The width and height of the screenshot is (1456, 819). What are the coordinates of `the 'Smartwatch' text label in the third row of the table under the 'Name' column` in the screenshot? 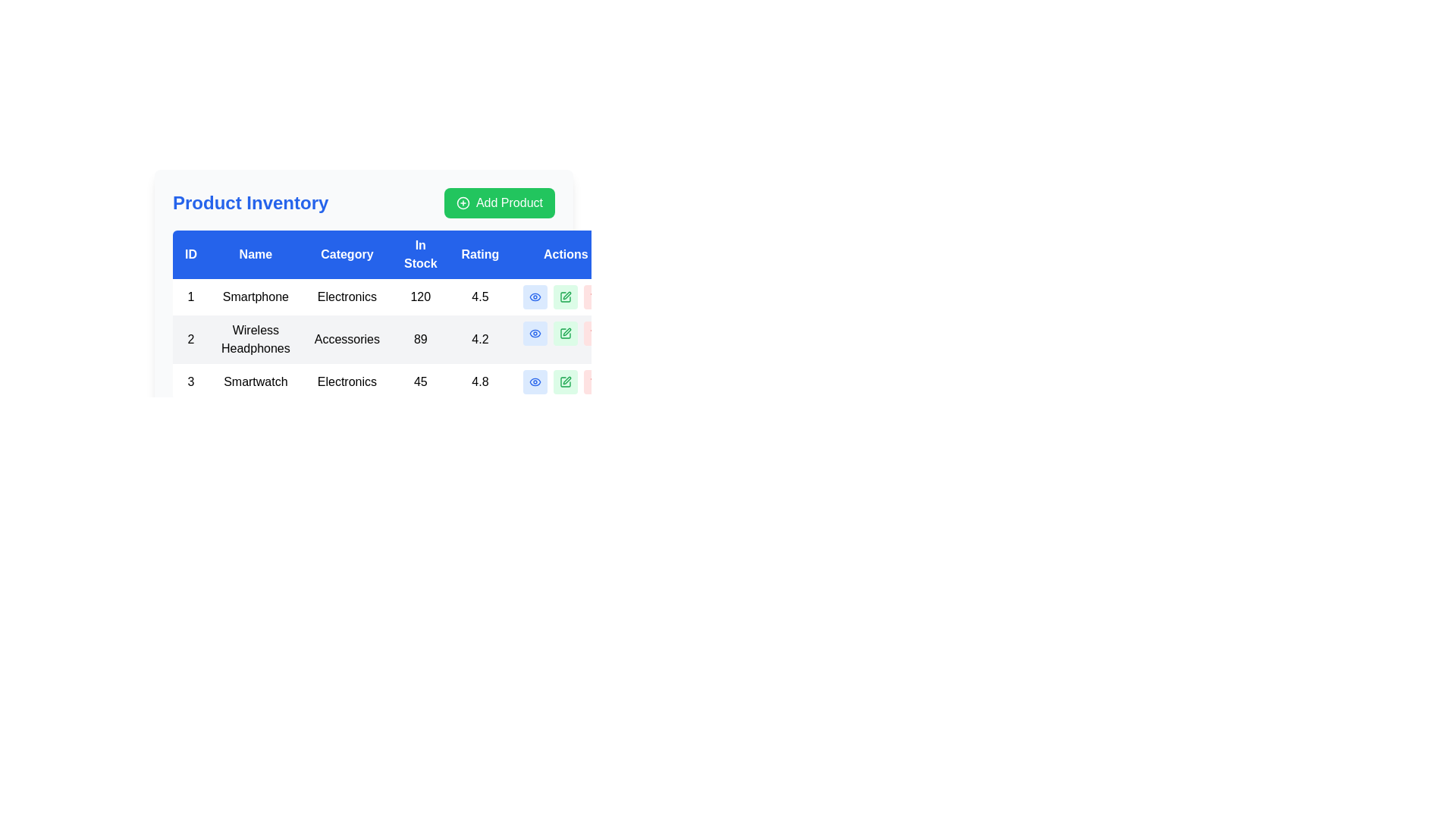 It's located at (256, 381).